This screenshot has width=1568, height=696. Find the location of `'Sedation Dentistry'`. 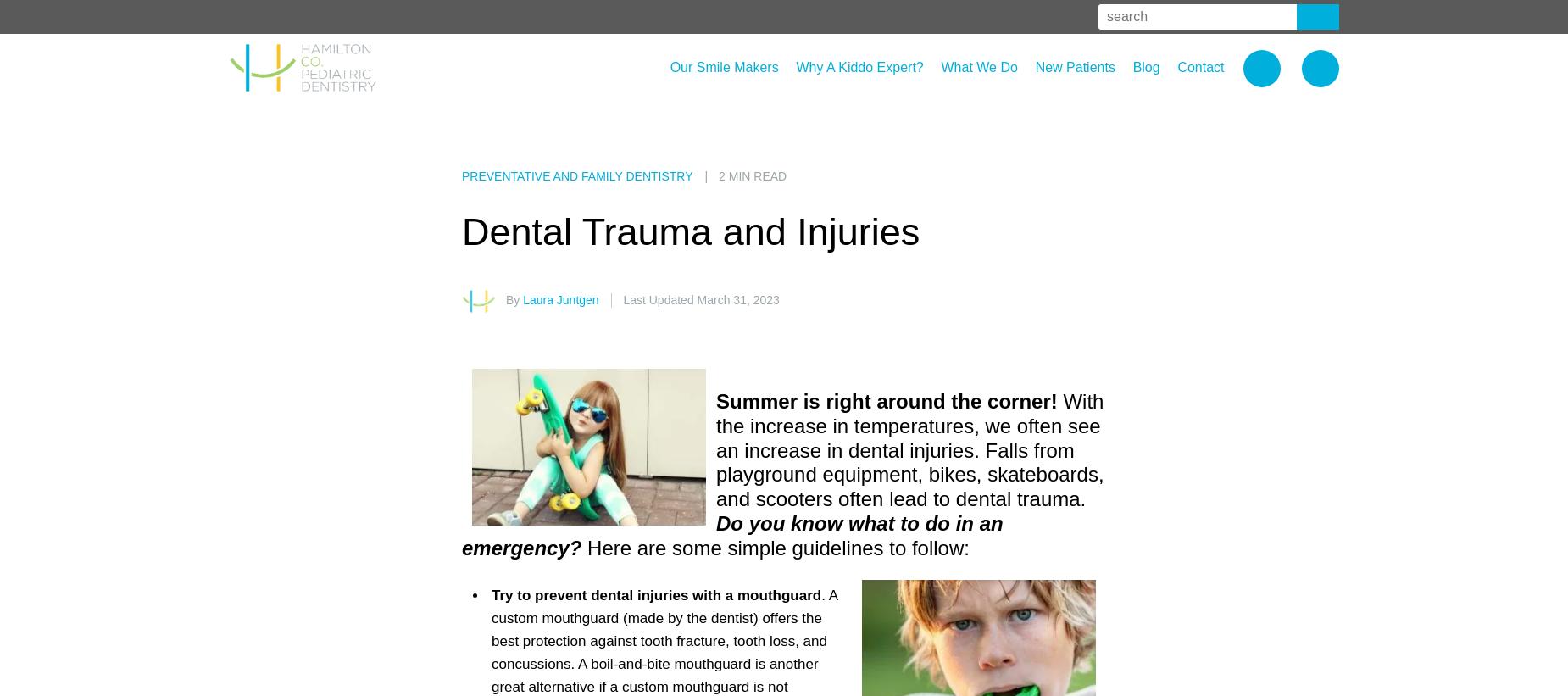

'Sedation Dentistry' is located at coordinates (990, 186).